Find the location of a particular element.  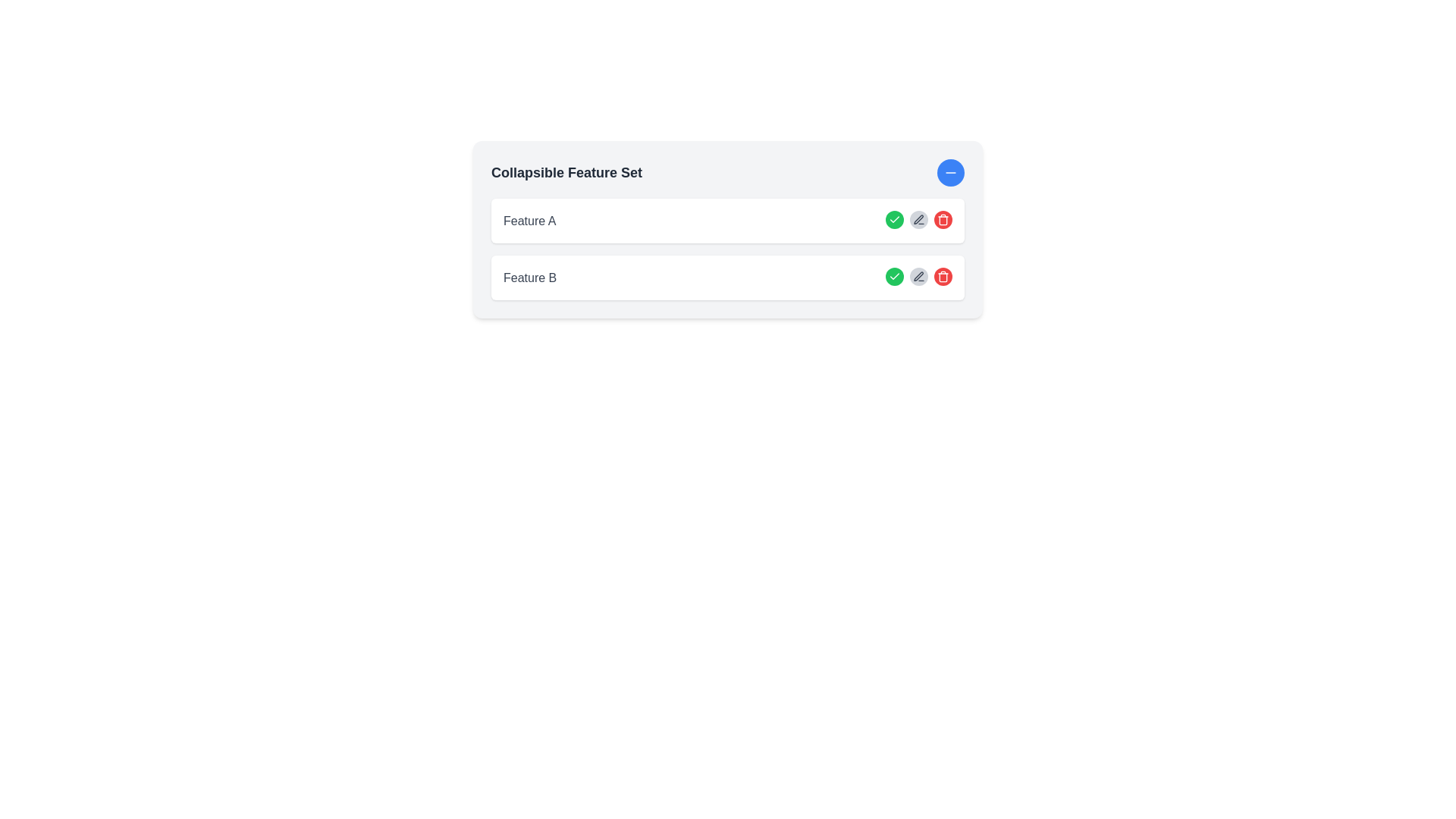

the circular green button with a white checkmark icon, which is the first button in a row of three is located at coordinates (895, 277).